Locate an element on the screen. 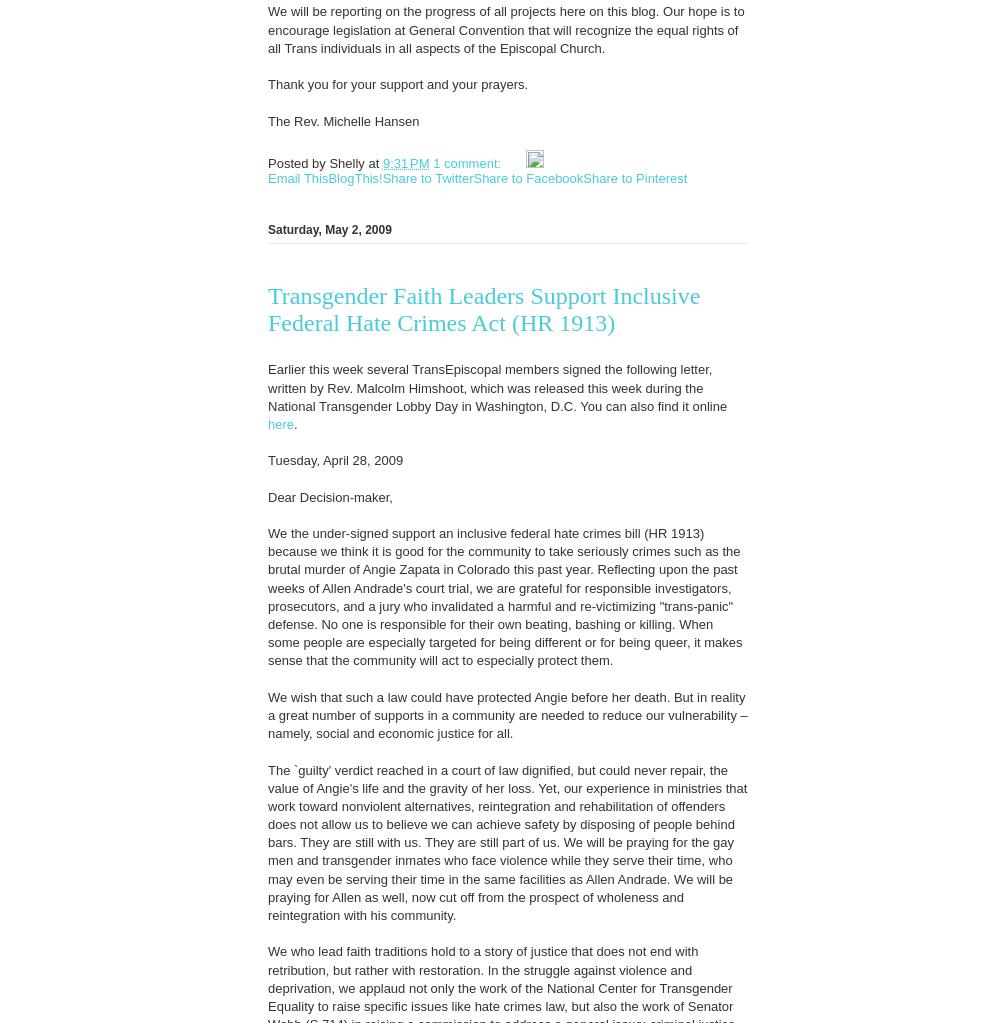 This screenshot has width=1008, height=1023. 'We wish that such a law could have protected Angie before her death. But in reality a great number of supports in a community are needed to reduce our vulnerability – namely, social and economic justice for all.' is located at coordinates (507, 714).